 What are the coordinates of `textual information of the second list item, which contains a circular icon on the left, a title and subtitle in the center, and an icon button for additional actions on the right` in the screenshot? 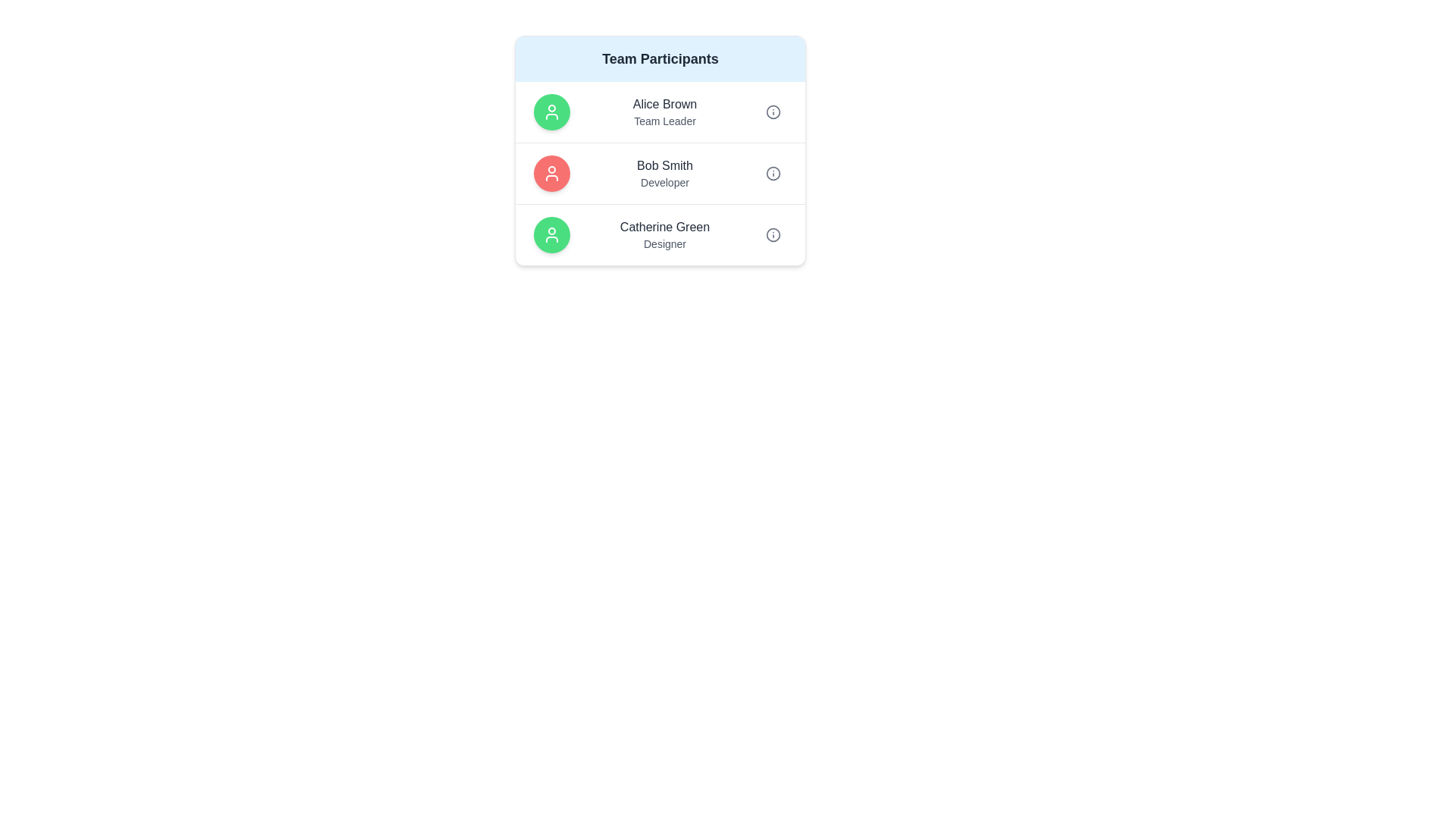 It's located at (660, 172).